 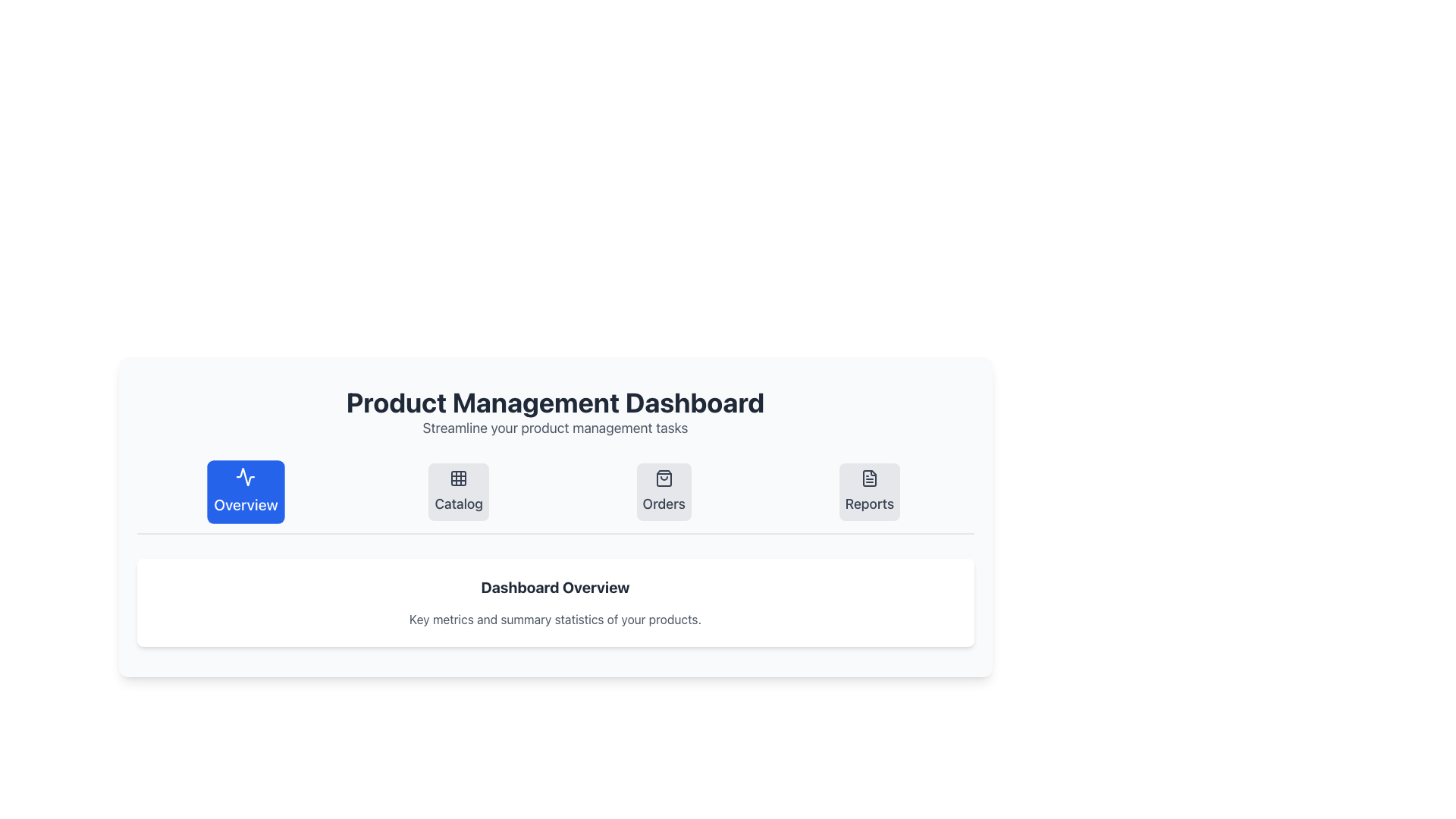 What do you see at coordinates (869, 504) in the screenshot?
I see `the 'Reports' text label, which is styled in gray and located beneath a document icon in the navigation menu` at bounding box center [869, 504].